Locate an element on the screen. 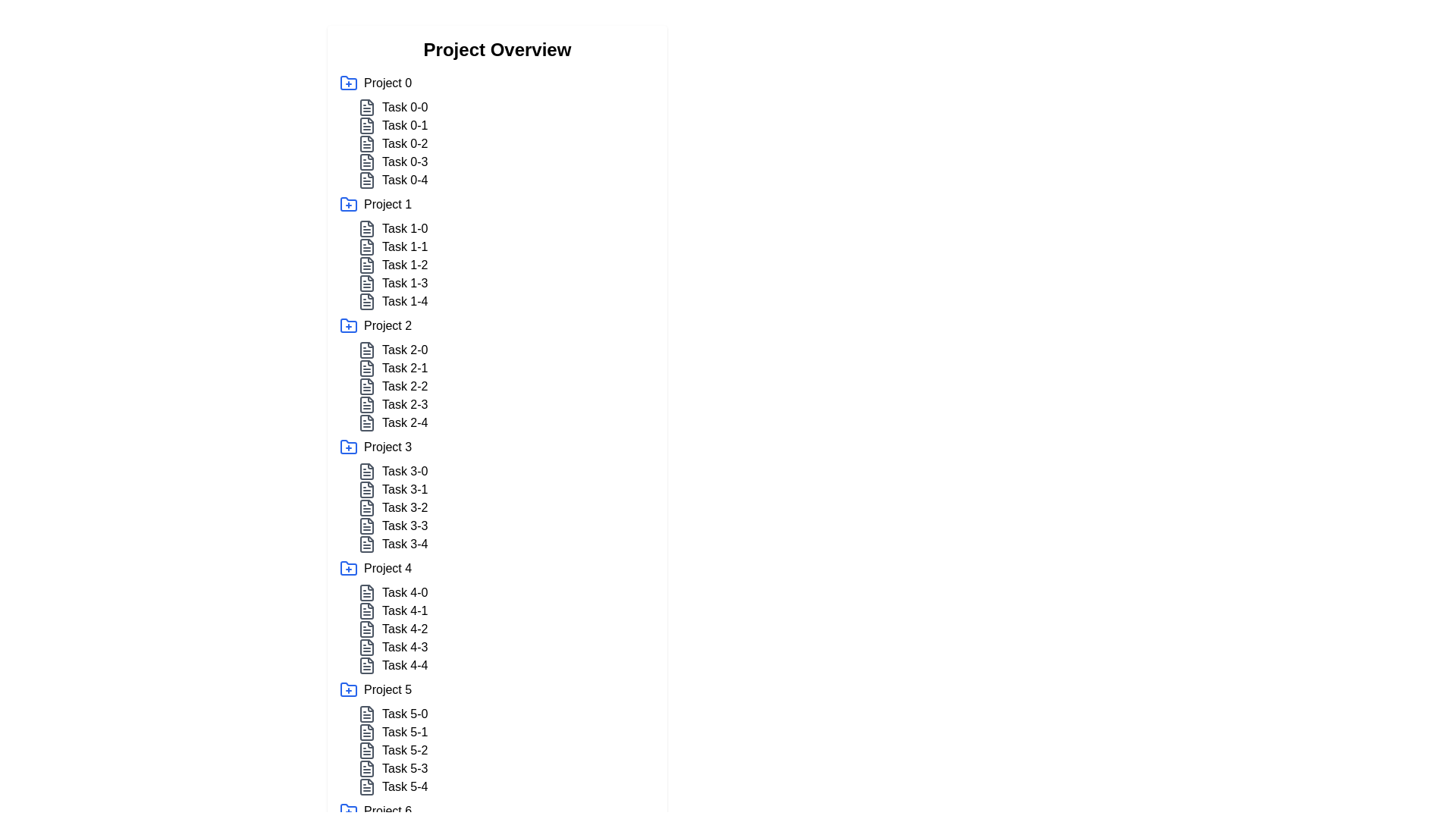  the text label 'Task 4-2' is located at coordinates (405, 629).